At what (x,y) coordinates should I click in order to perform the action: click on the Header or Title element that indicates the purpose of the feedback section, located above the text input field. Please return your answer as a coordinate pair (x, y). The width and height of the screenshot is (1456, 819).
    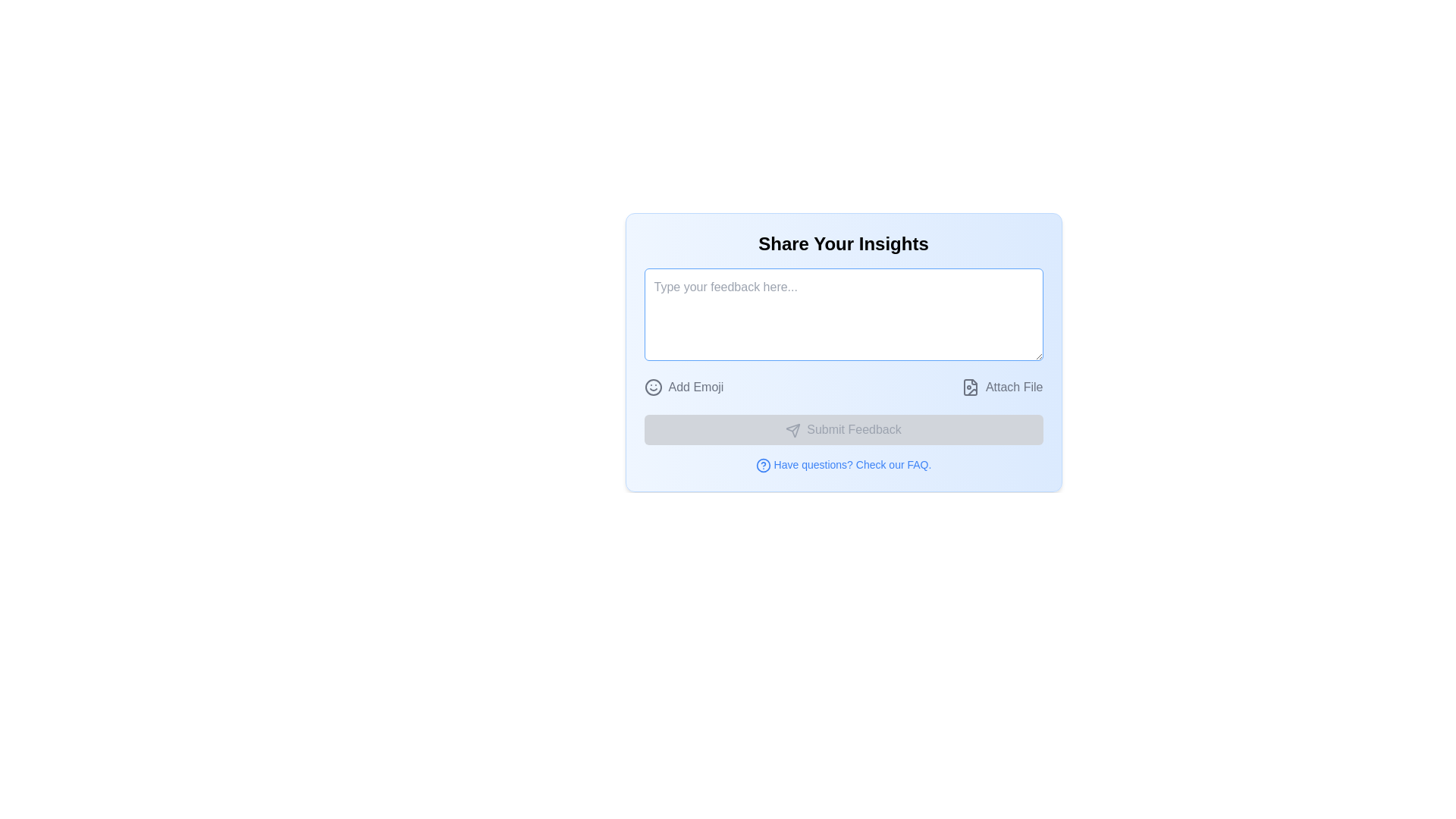
    Looking at the image, I should click on (843, 243).